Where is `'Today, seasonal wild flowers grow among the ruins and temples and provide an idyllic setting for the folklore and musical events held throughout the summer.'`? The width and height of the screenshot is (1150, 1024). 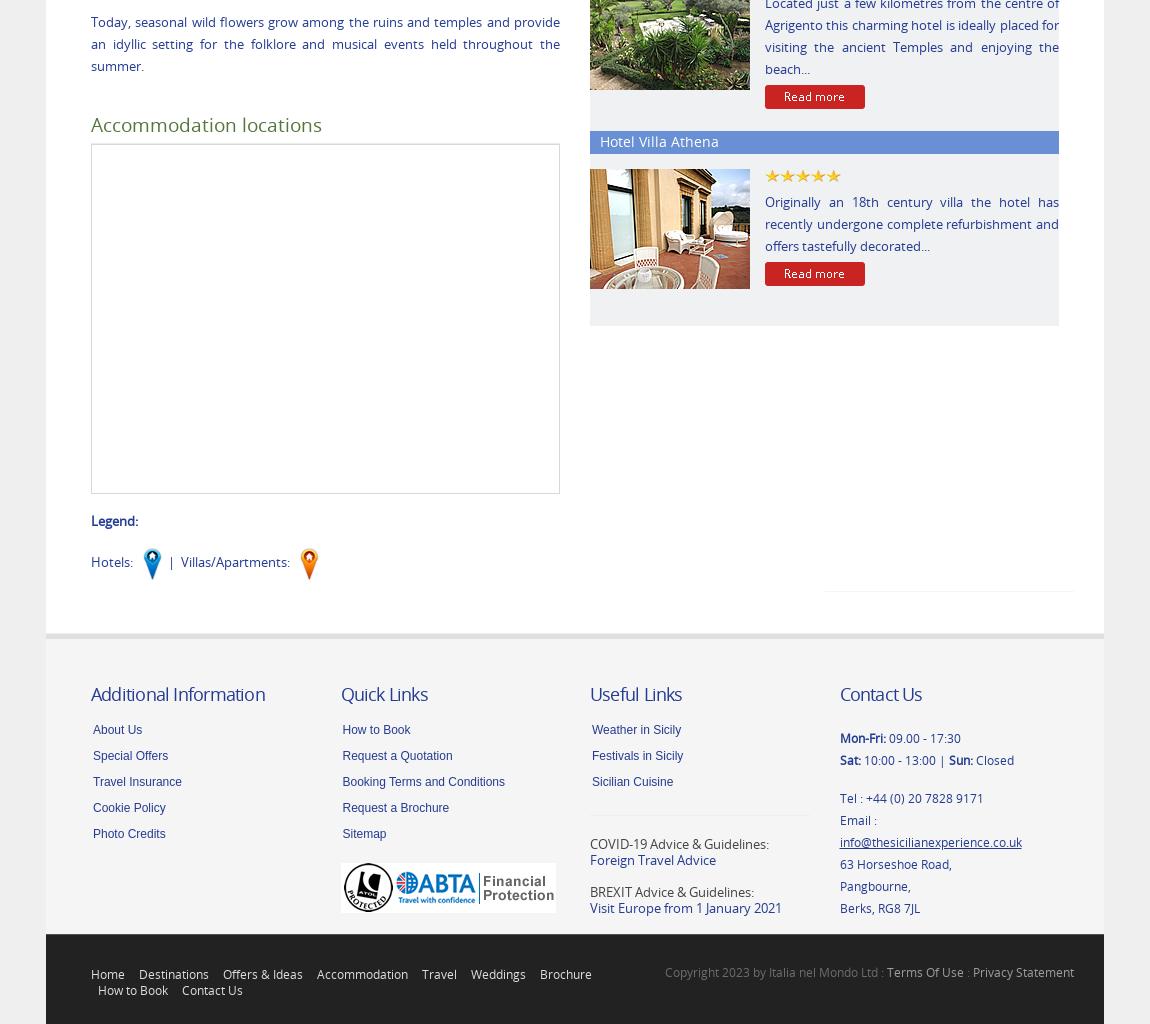
'Today, seasonal wild flowers grow among the ruins and temples and provide an idyllic setting for the folklore and musical events held throughout the summer.' is located at coordinates (325, 43).